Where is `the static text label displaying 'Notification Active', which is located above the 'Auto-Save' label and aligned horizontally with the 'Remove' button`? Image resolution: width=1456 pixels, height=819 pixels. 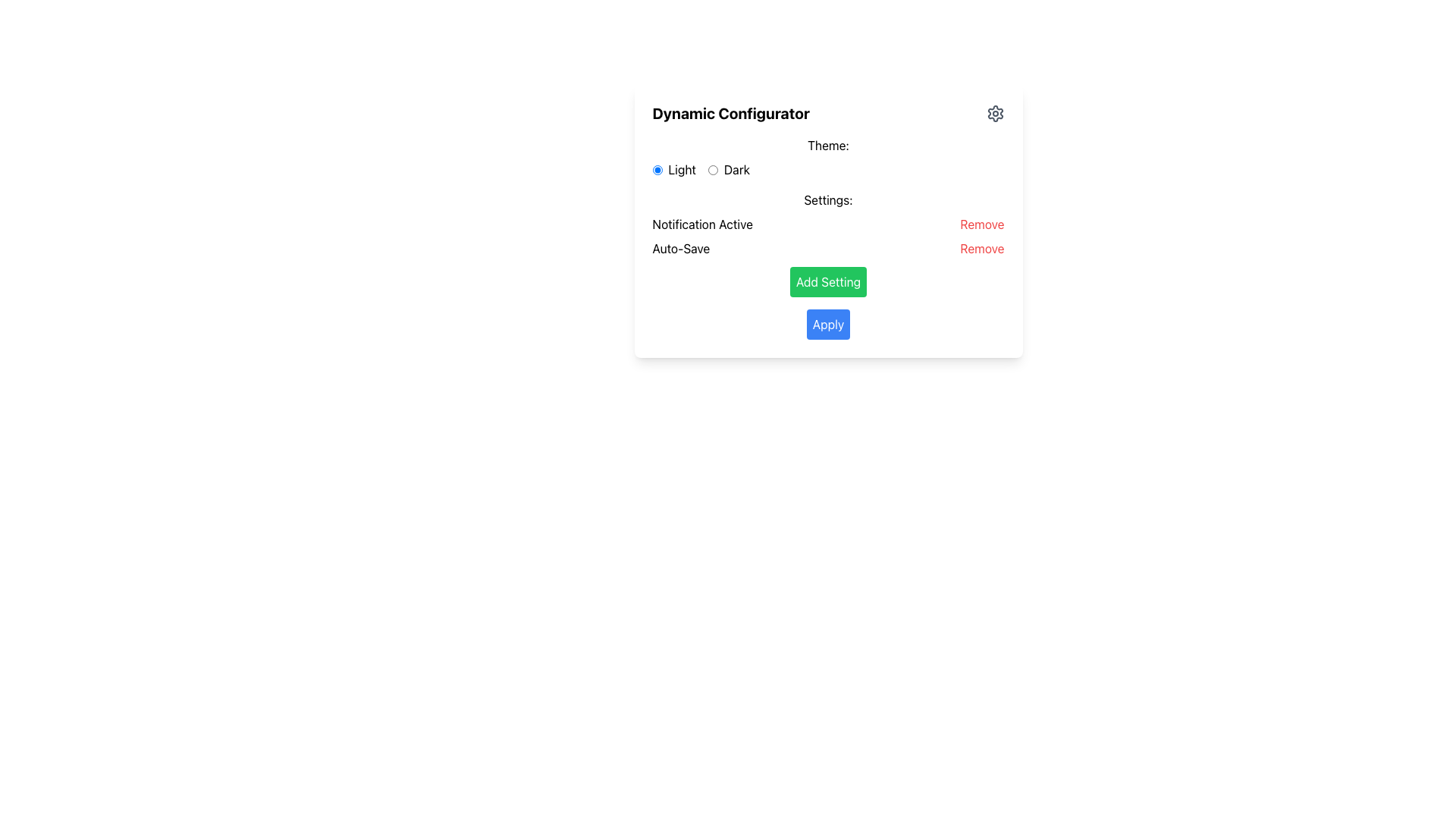
the static text label displaying 'Notification Active', which is located above the 'Auto-Save' label and aligned horizontally with the 'Remove' button is located at coordinates (701, 224).